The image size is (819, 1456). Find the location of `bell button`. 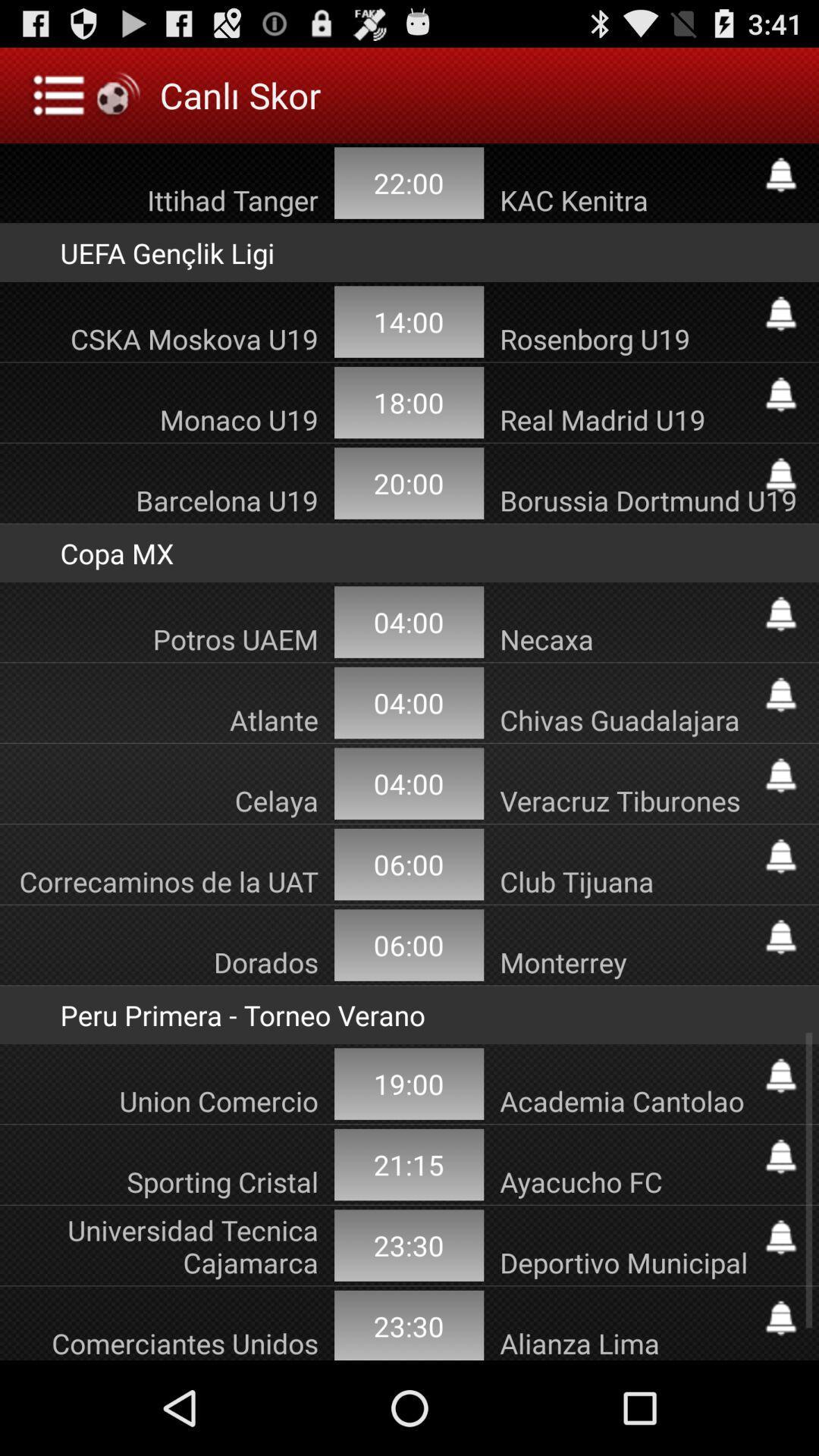

bell button is located at coordinates (780, 312).